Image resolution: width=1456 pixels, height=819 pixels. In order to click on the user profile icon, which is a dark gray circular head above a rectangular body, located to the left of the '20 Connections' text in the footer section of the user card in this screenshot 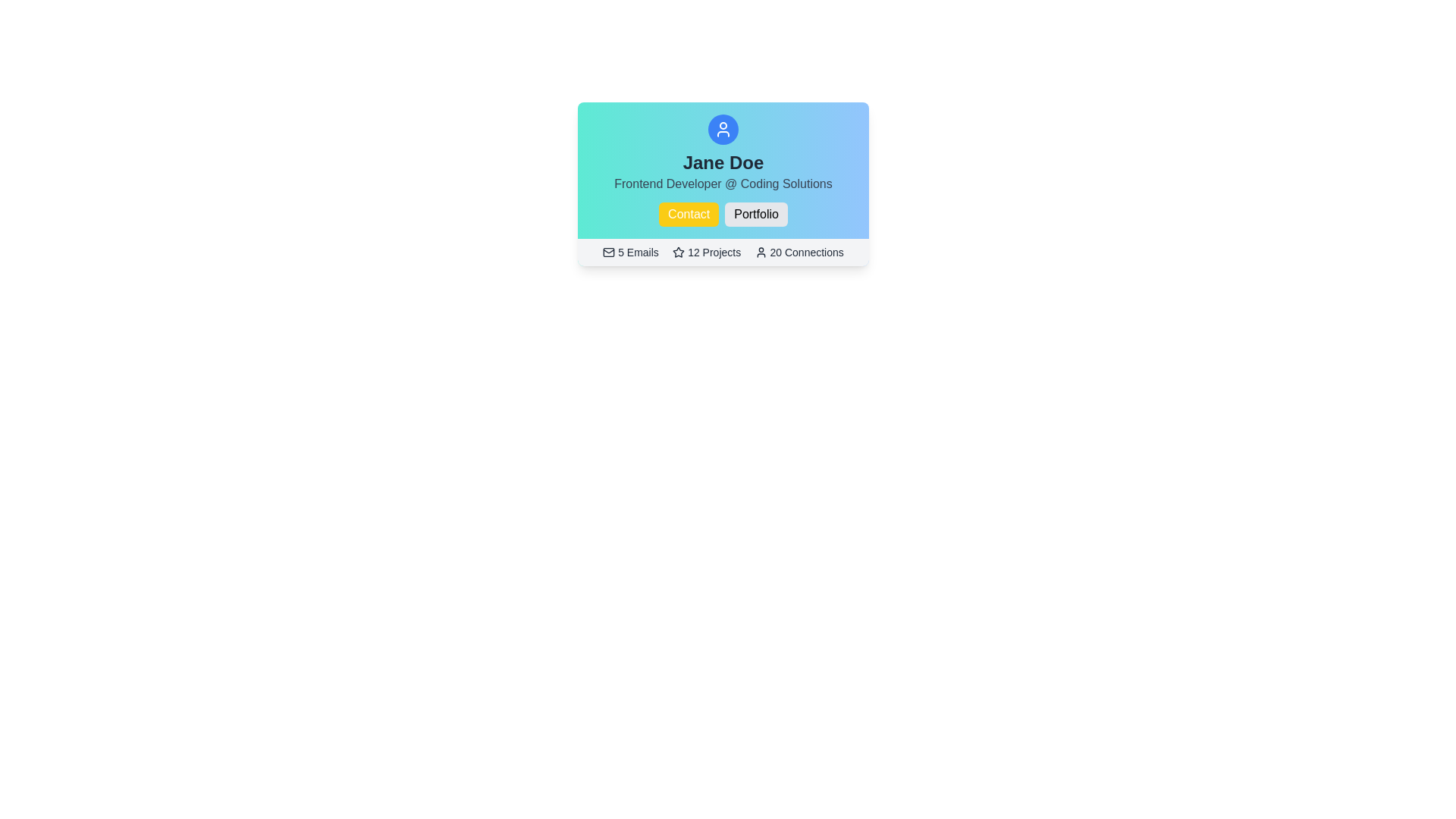, I will do `click(761, 251)`.